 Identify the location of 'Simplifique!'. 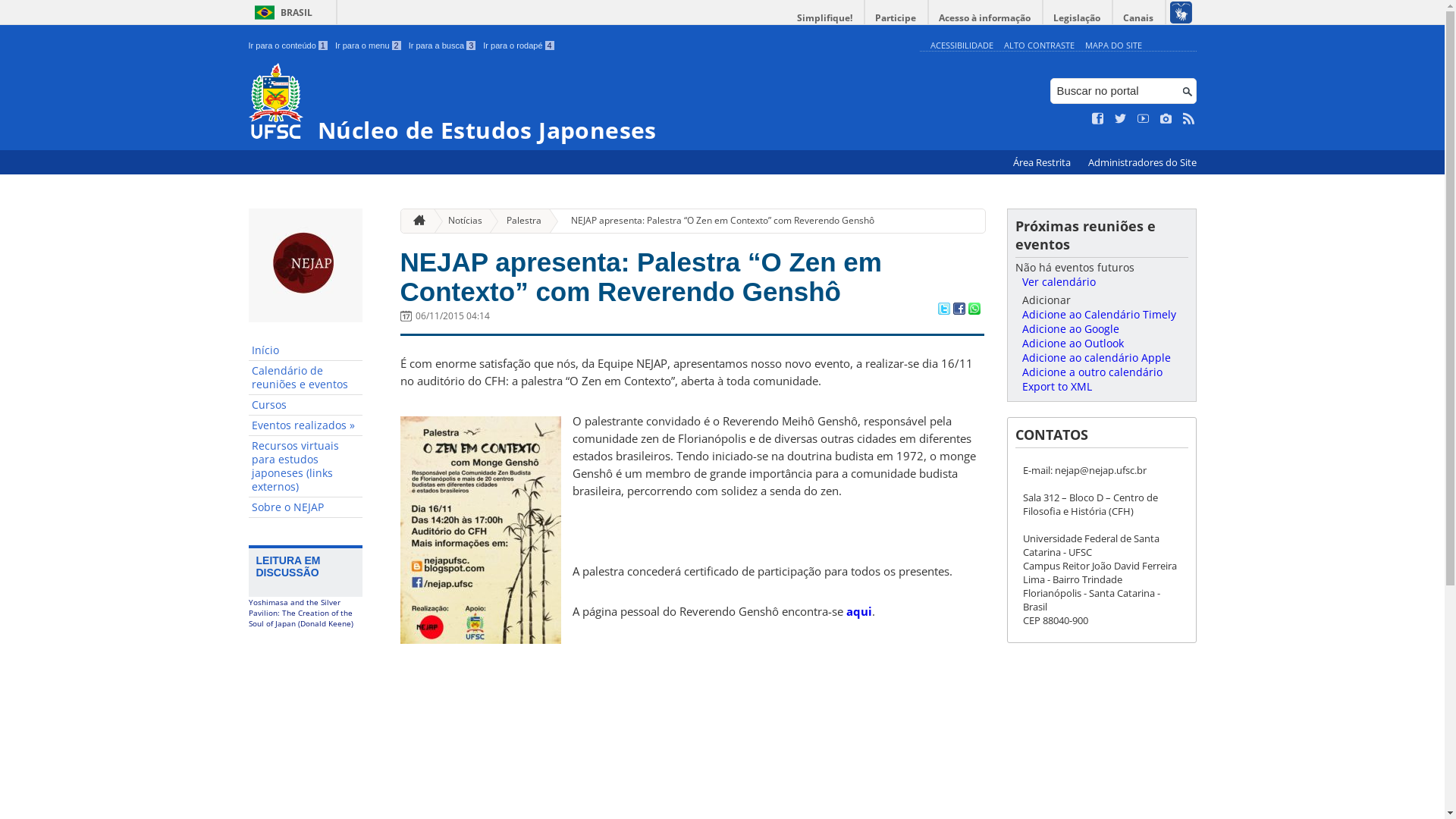
(824, 17).